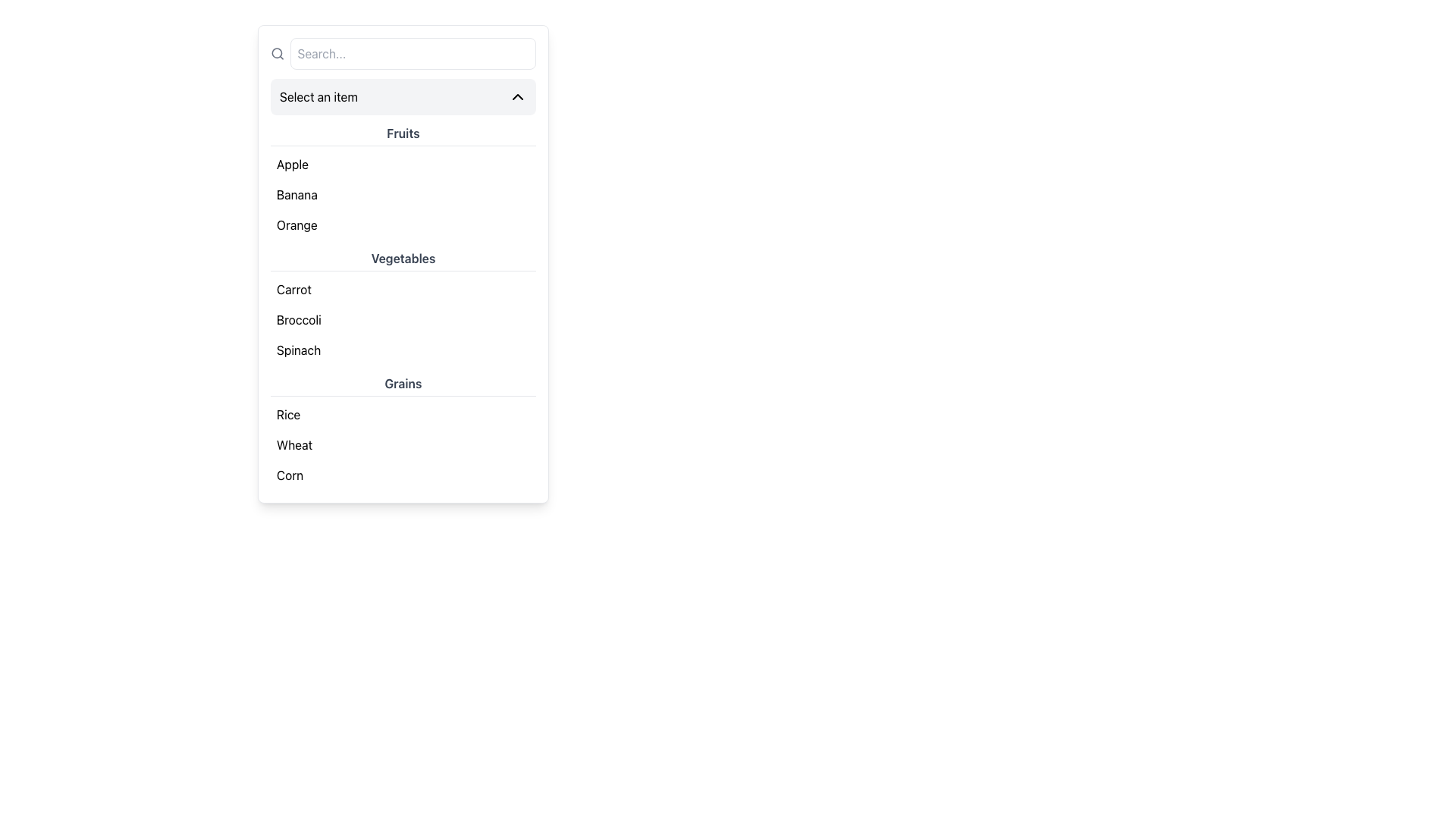 The height and width of the screenshot is (819, 1456). I want to click on the second item in the 'Fruits' section of the menu, so click(403, 194).